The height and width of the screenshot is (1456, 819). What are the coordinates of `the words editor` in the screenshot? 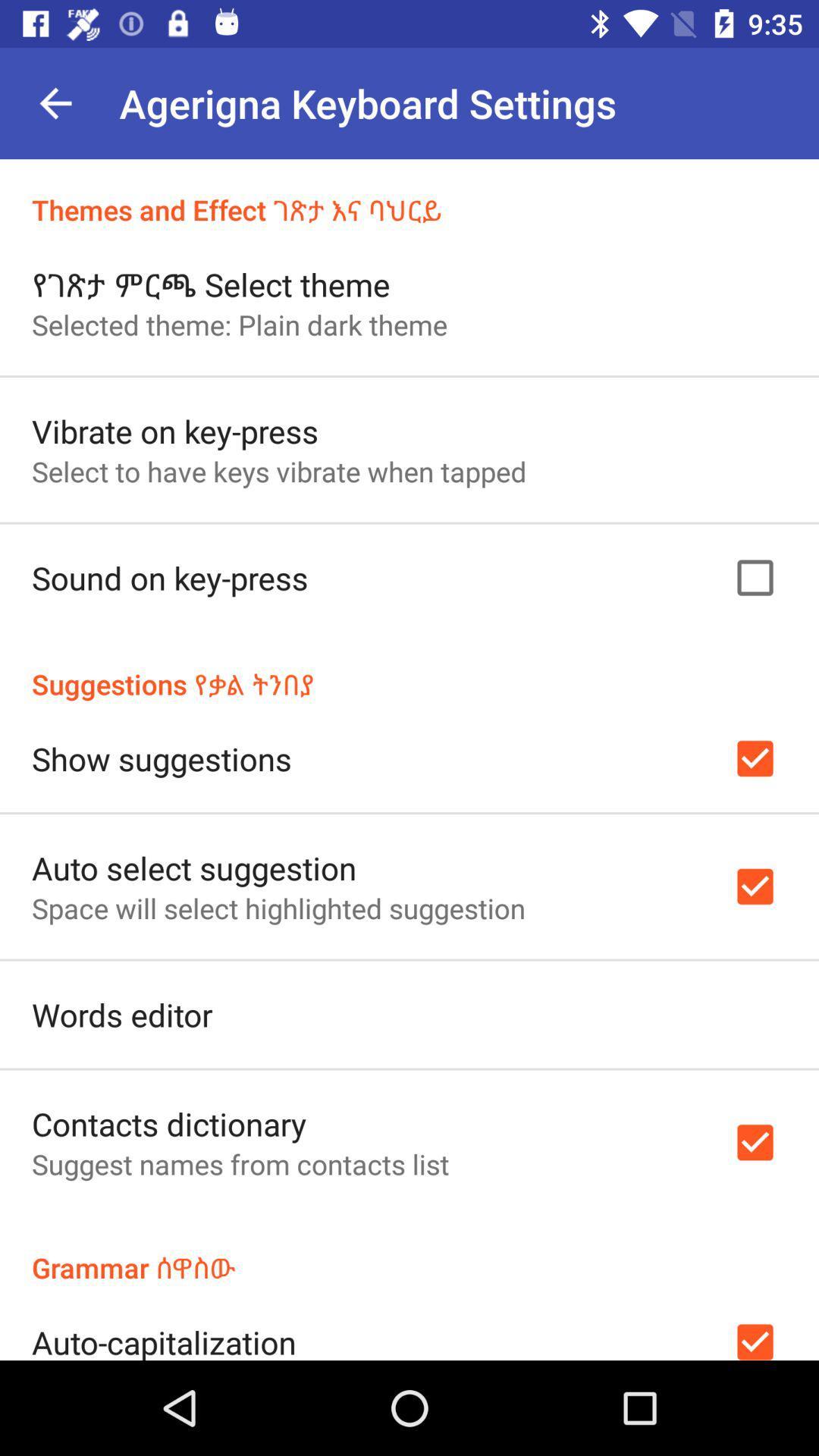 It's located at (121, 1015).